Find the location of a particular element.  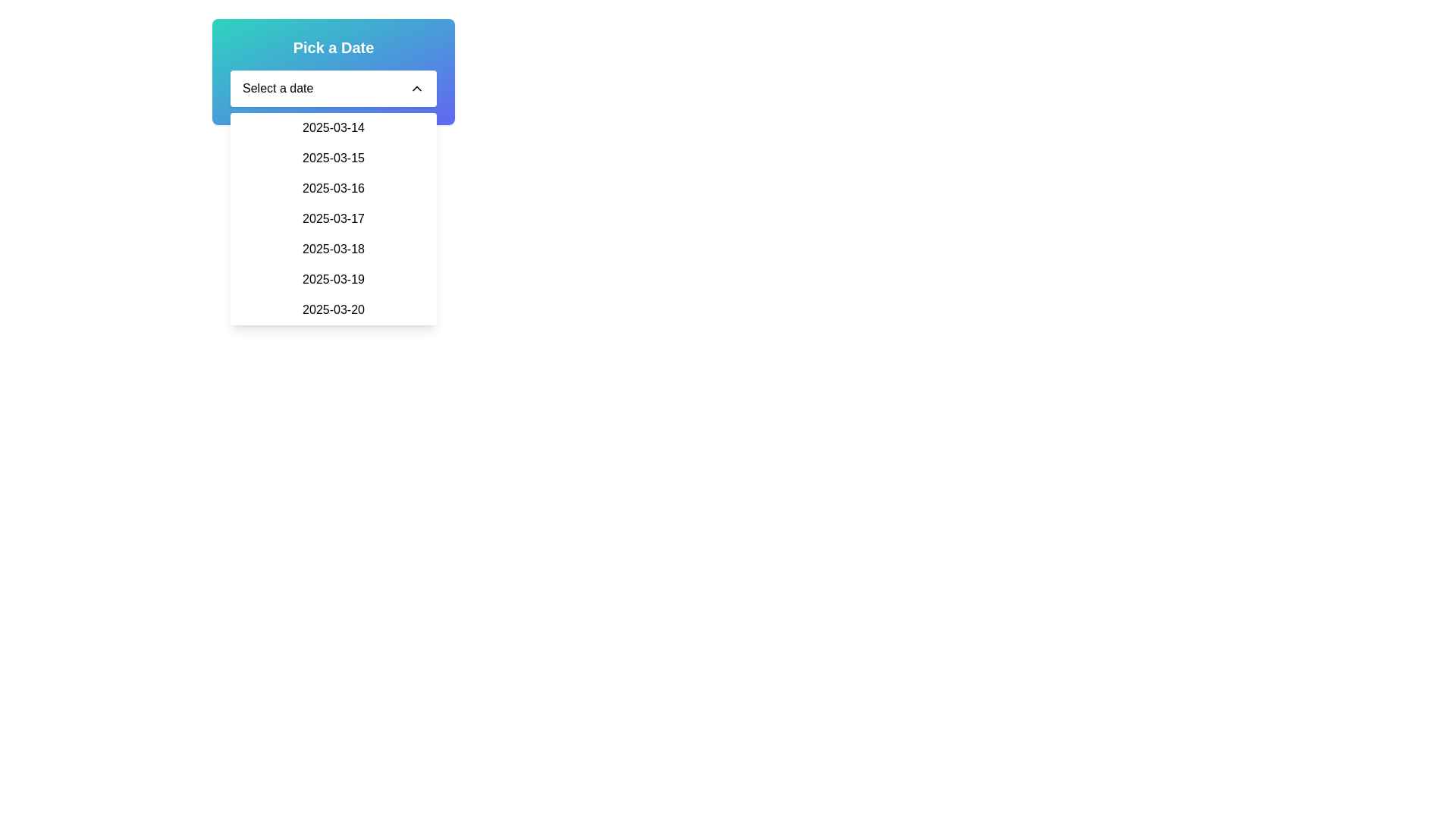

the dropdown menu labeled 'Select a date' is located at coordinates (333, 88).